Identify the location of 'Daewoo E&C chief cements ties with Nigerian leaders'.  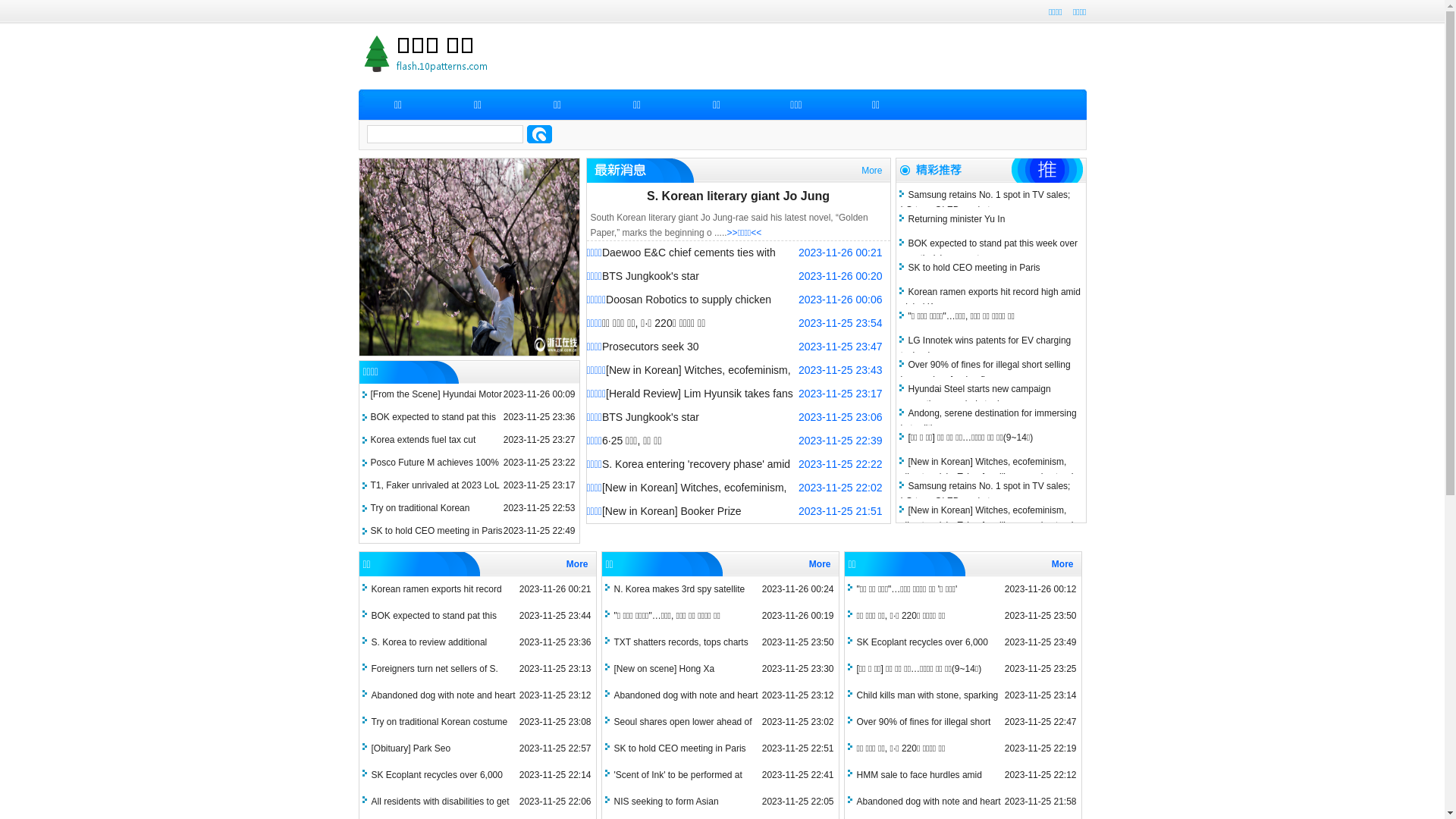
(680, 263).